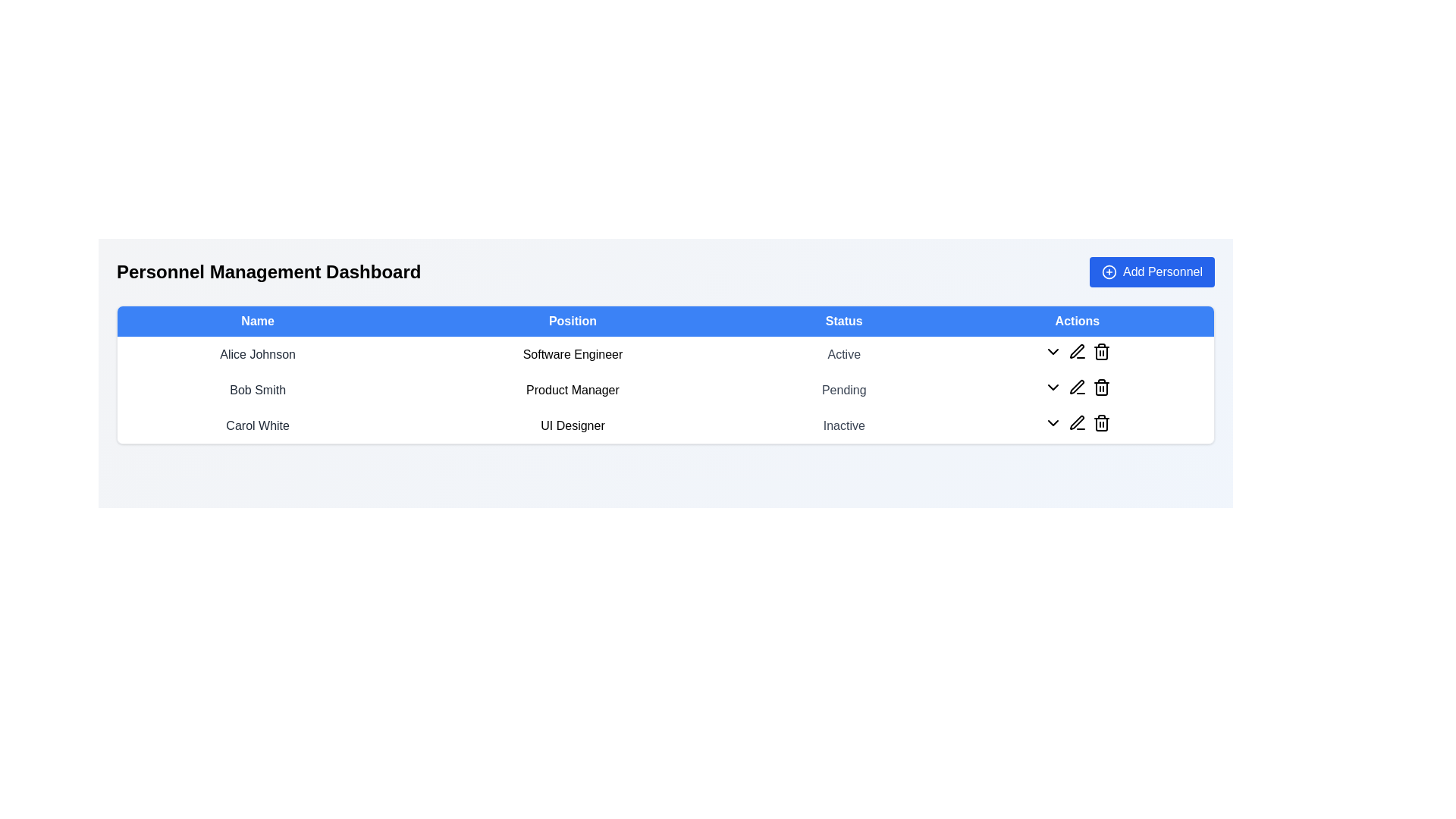 Image resolution: width=1456 pixels, height=819 pixels. I want to click on the Icon Button, so click(1051, 423).